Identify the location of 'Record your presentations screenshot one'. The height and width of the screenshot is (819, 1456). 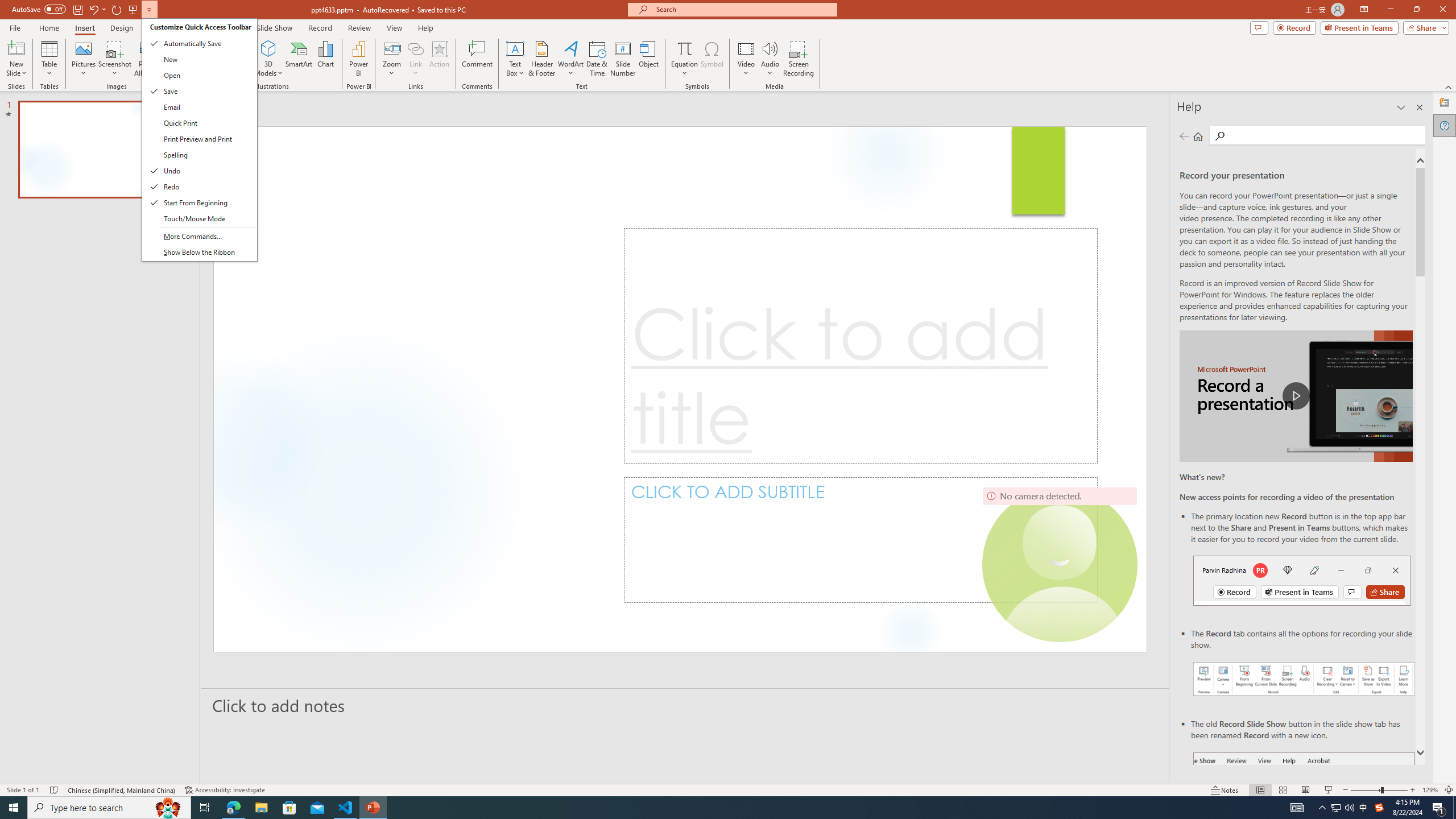
(1304, 678).